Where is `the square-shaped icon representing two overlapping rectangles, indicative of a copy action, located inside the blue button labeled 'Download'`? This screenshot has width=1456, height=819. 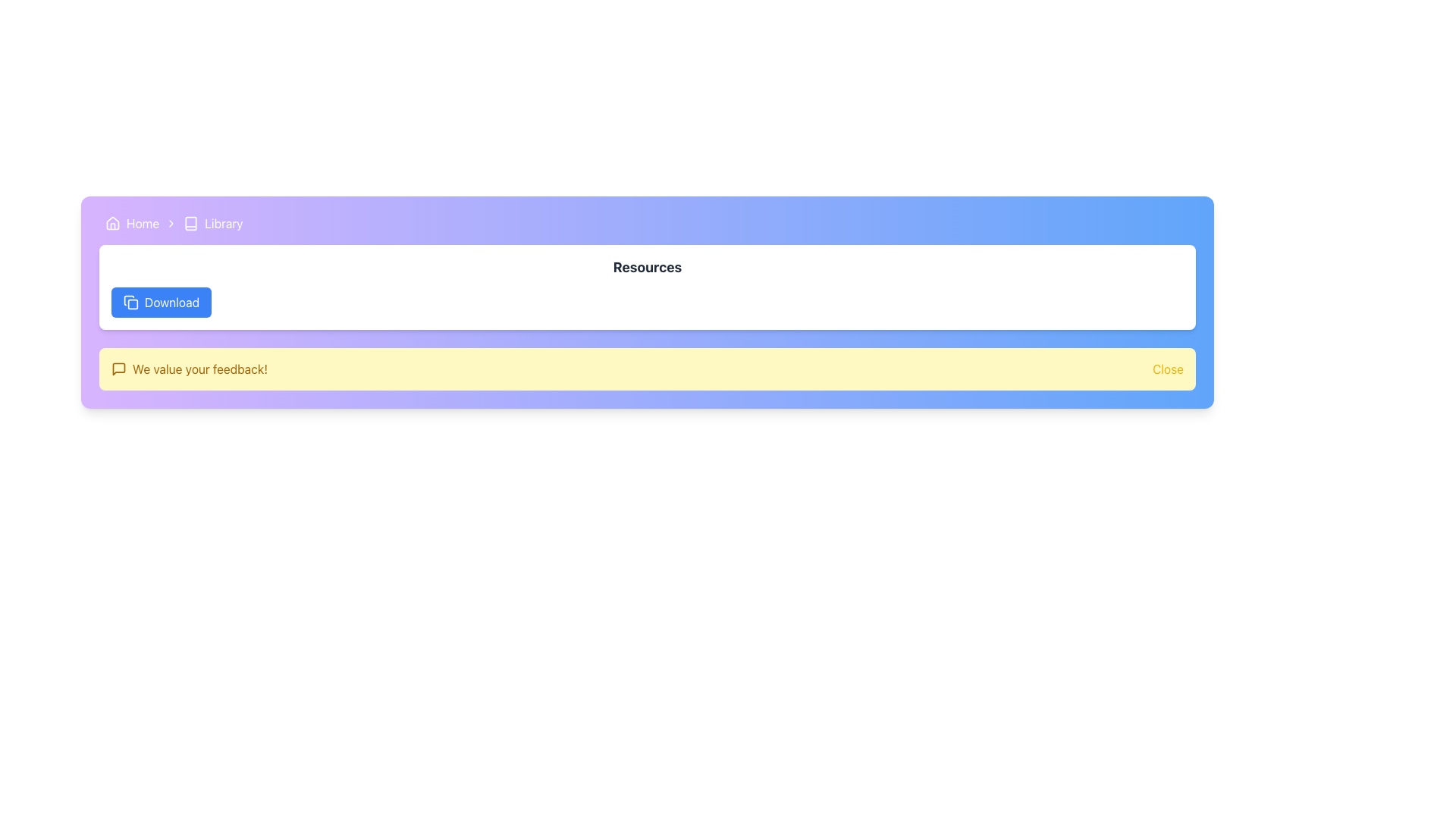 the square-shaped icon representing two overlapping rectangles, indicative of a copy action, located inside the blue button labeled 'Download' is located at coordinates (130, 302).